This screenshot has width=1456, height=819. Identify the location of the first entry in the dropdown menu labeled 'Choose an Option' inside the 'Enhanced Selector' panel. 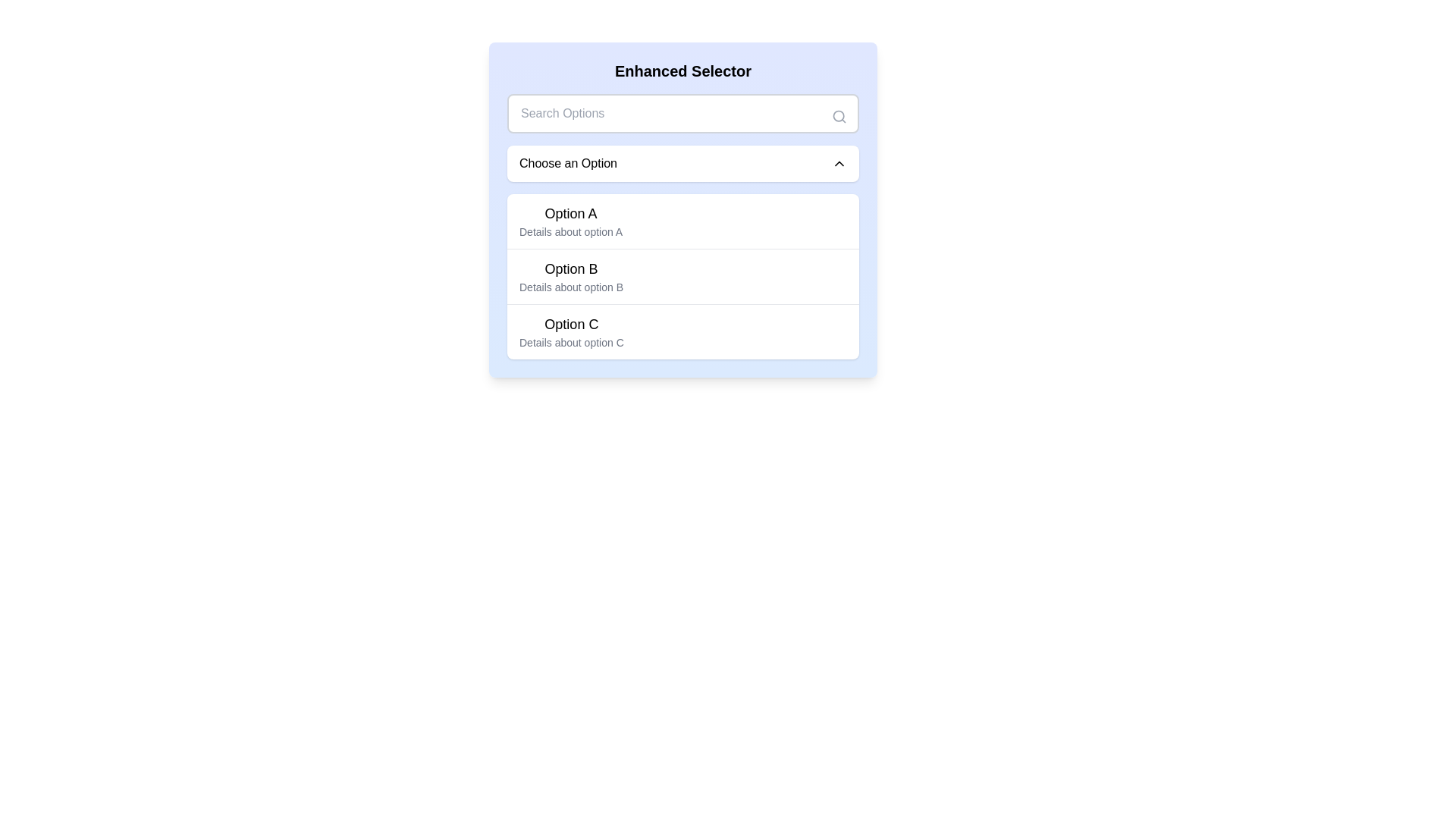
(570, 221).